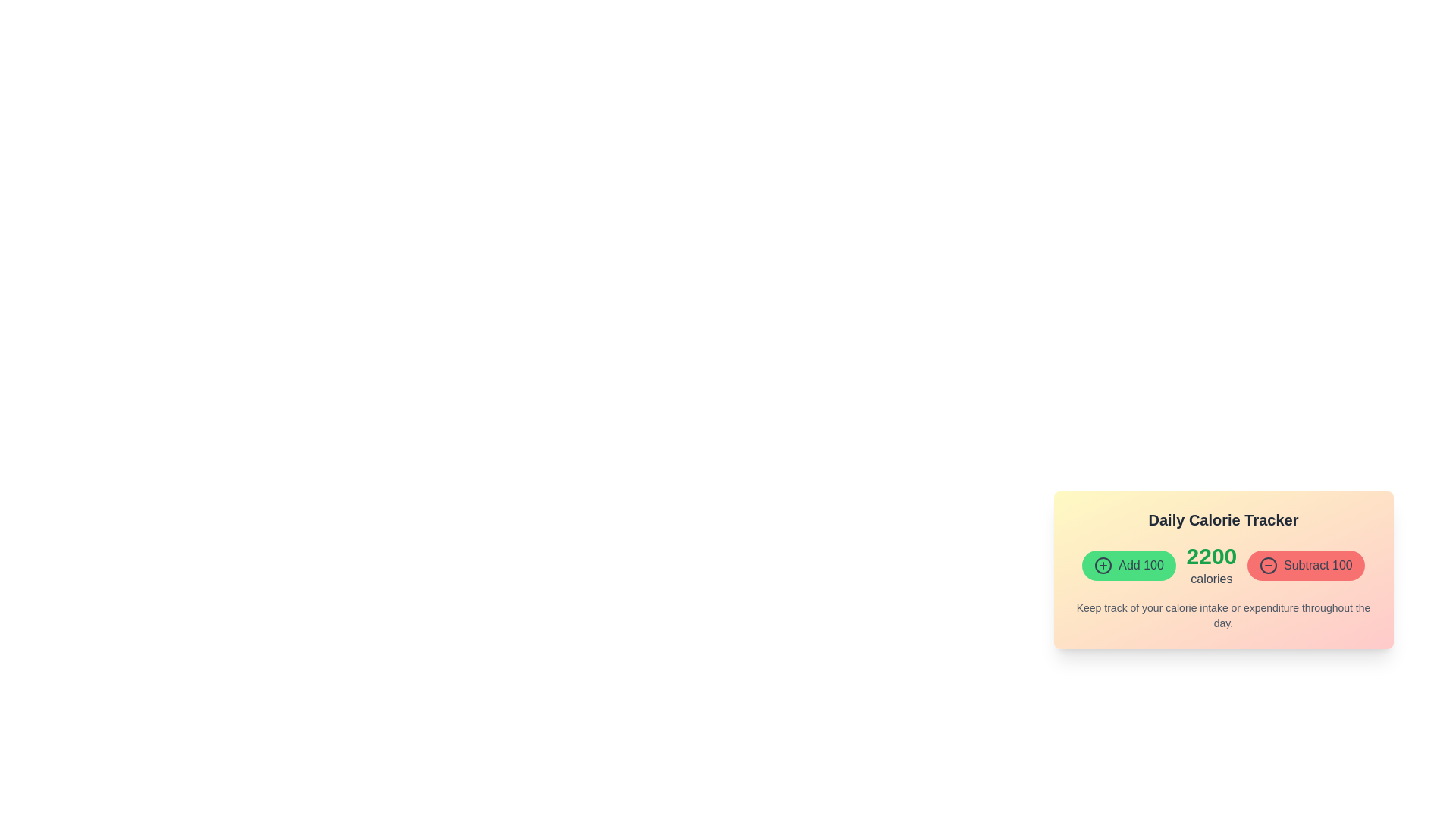  What do you see at coordinates (1128, 565) in the screenshot?
I see `the leftmost button that increments the calorie count by 100, located to the left of the '2200 calories' display and to the right of the 'Daily Calorie Tracker' heading` at bounding box center [1128, 565].